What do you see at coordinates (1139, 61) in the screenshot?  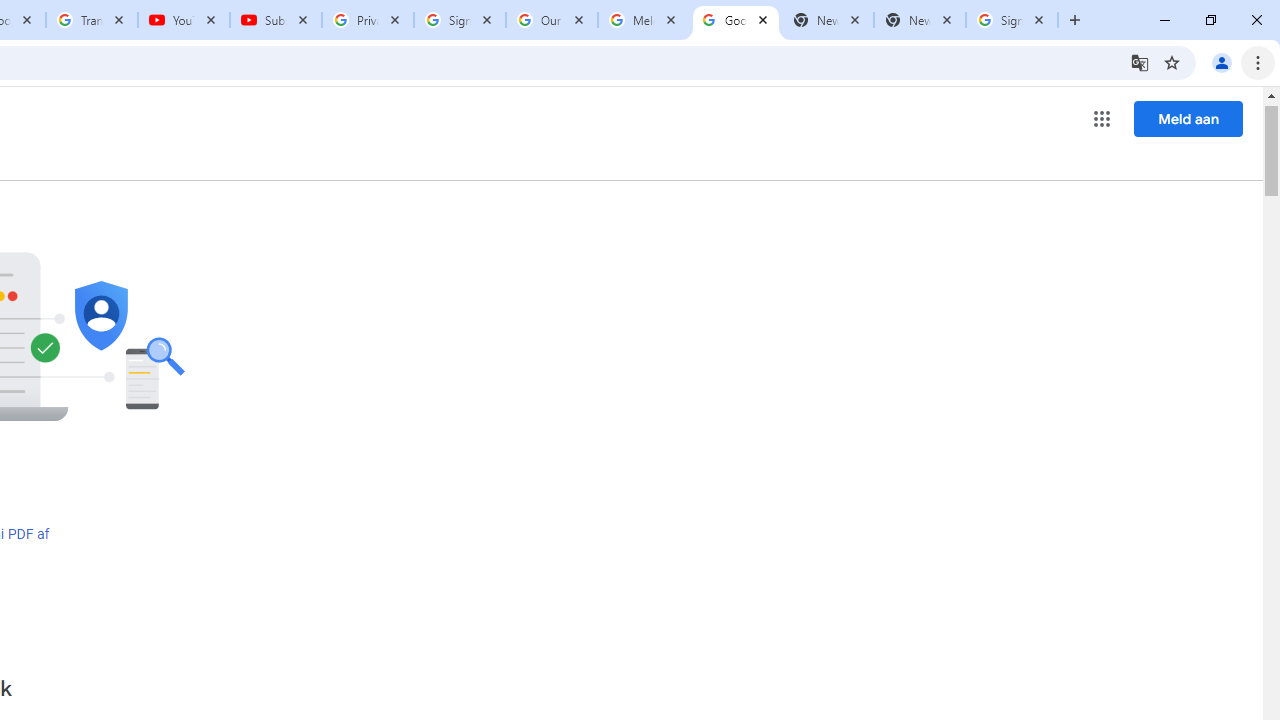 I see `'Translate this page'` at bounding box center [1139, 61].